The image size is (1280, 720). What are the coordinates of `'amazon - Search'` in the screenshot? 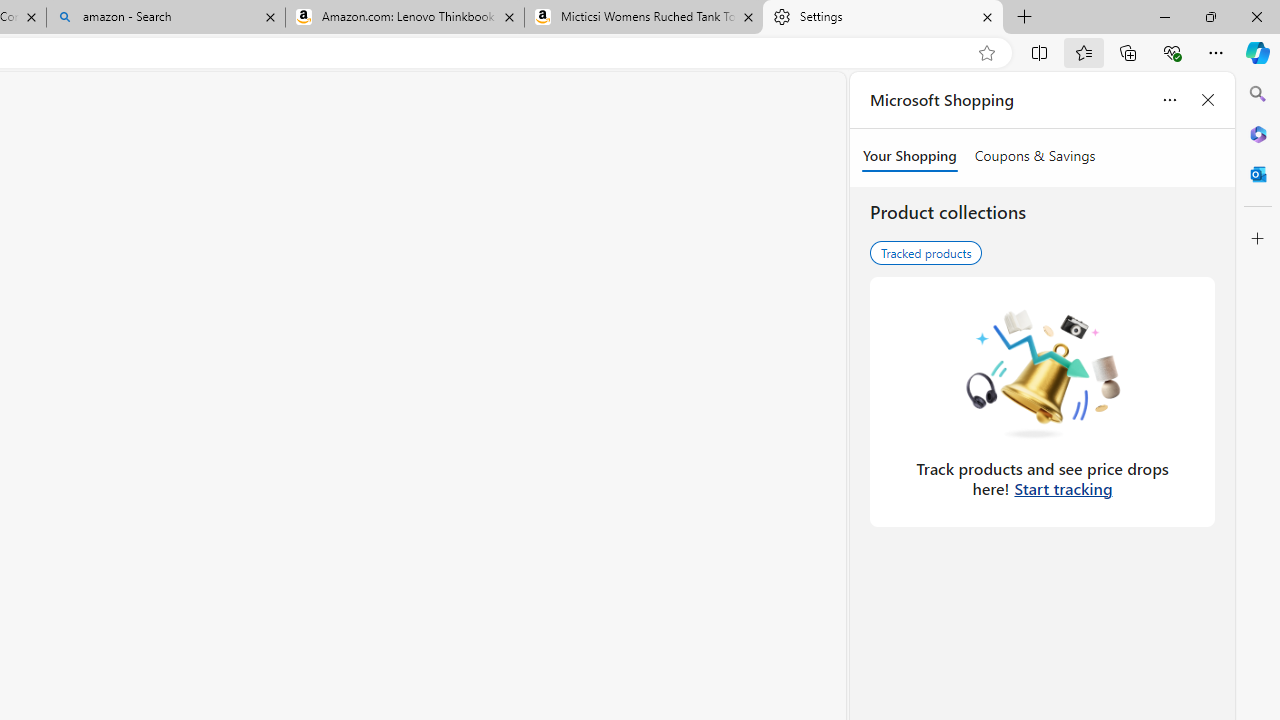 It's located at (166, 17).